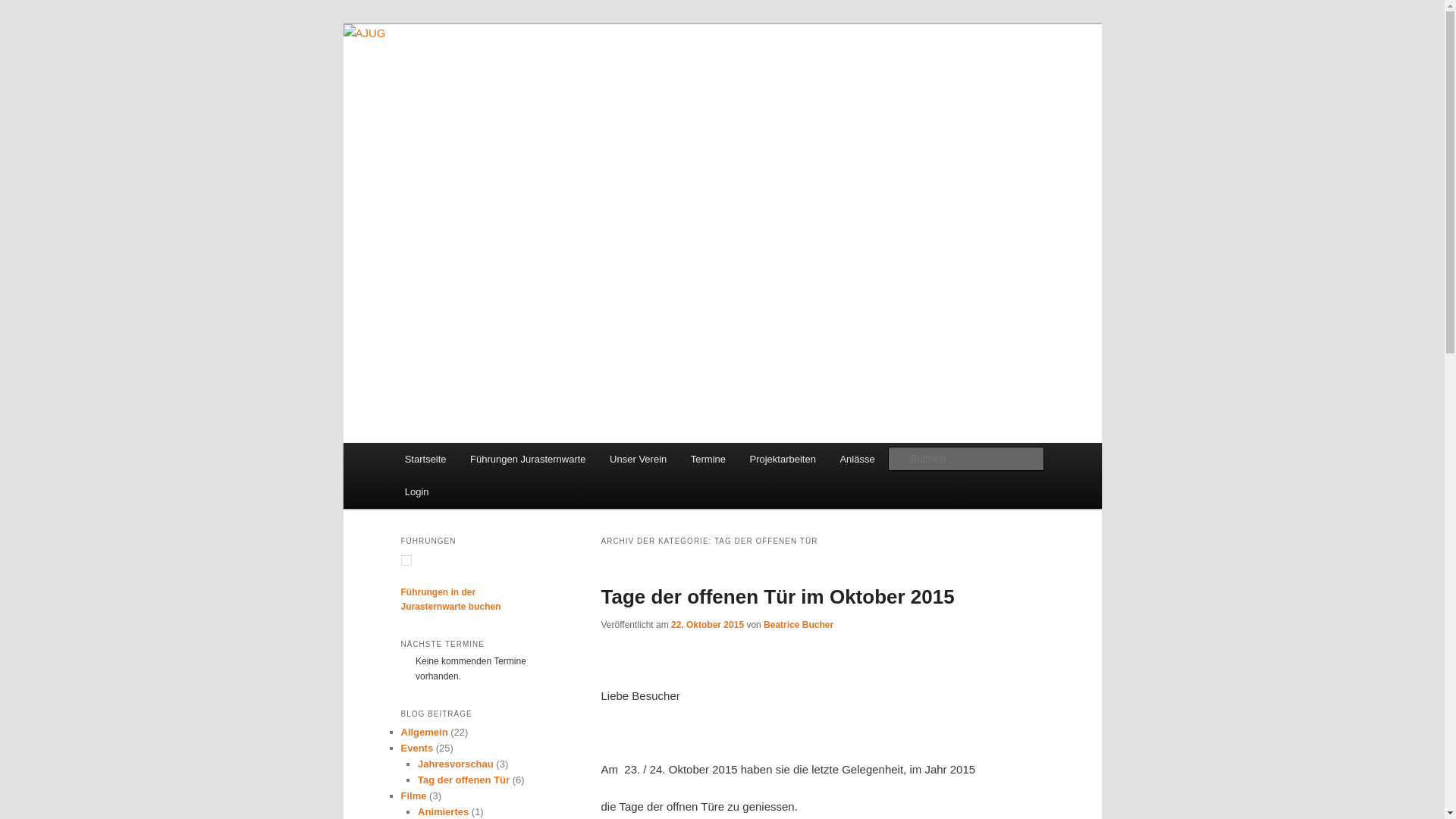 The width and height of the screenshot is (1456, 819). What do you see at coordinates (400, 79) in the screenshot?
I see `'AJUG'` at bounding box center [400, 79].